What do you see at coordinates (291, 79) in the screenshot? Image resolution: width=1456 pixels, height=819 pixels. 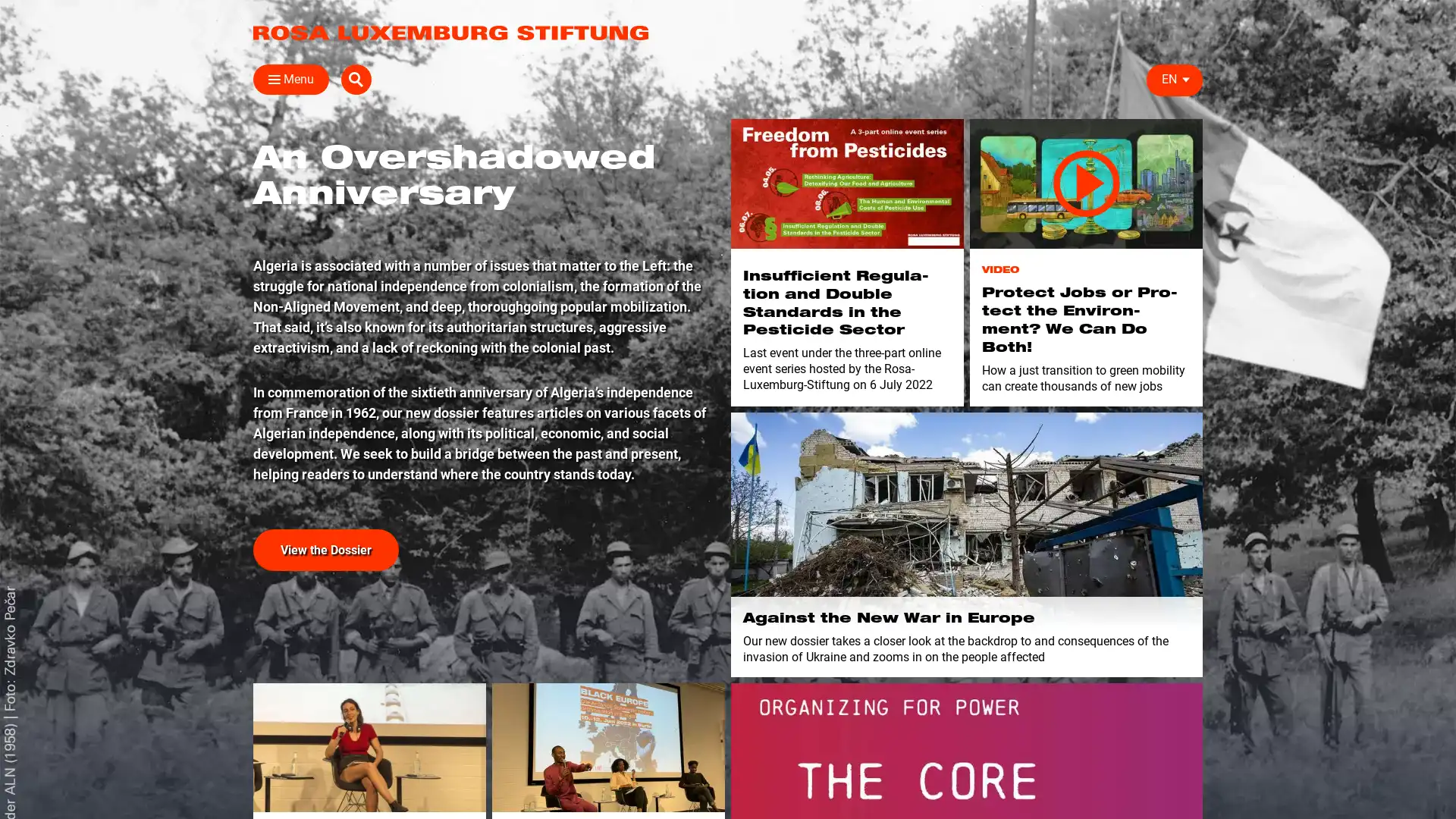 I see `Menu` at bounding box center [291, 79].